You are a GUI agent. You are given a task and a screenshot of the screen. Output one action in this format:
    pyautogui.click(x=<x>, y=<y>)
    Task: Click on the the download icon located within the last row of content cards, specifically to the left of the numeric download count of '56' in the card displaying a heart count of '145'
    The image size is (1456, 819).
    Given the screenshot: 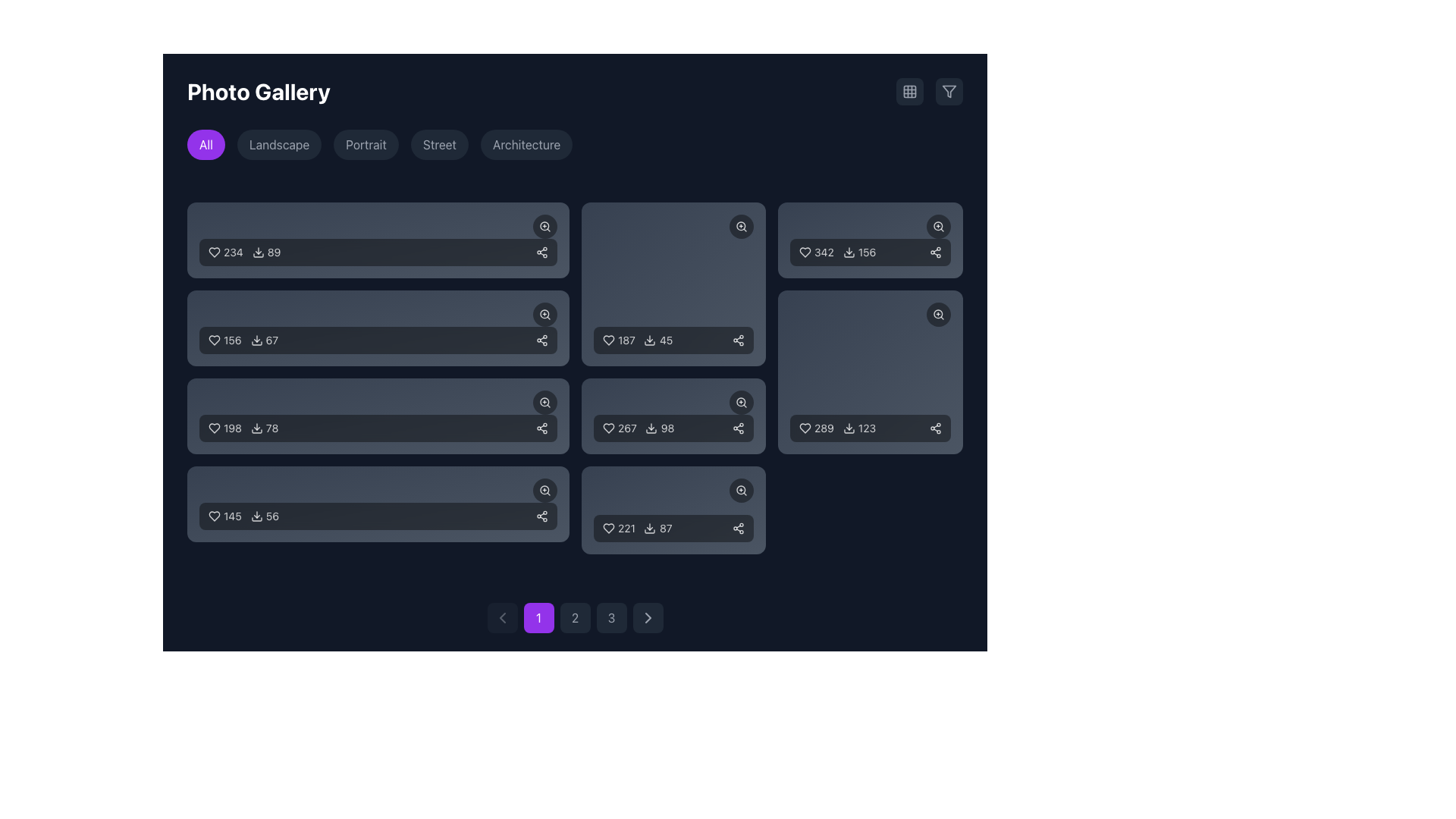 What is the action you would take?
    pyautogui.click(x=256, y=516)
    